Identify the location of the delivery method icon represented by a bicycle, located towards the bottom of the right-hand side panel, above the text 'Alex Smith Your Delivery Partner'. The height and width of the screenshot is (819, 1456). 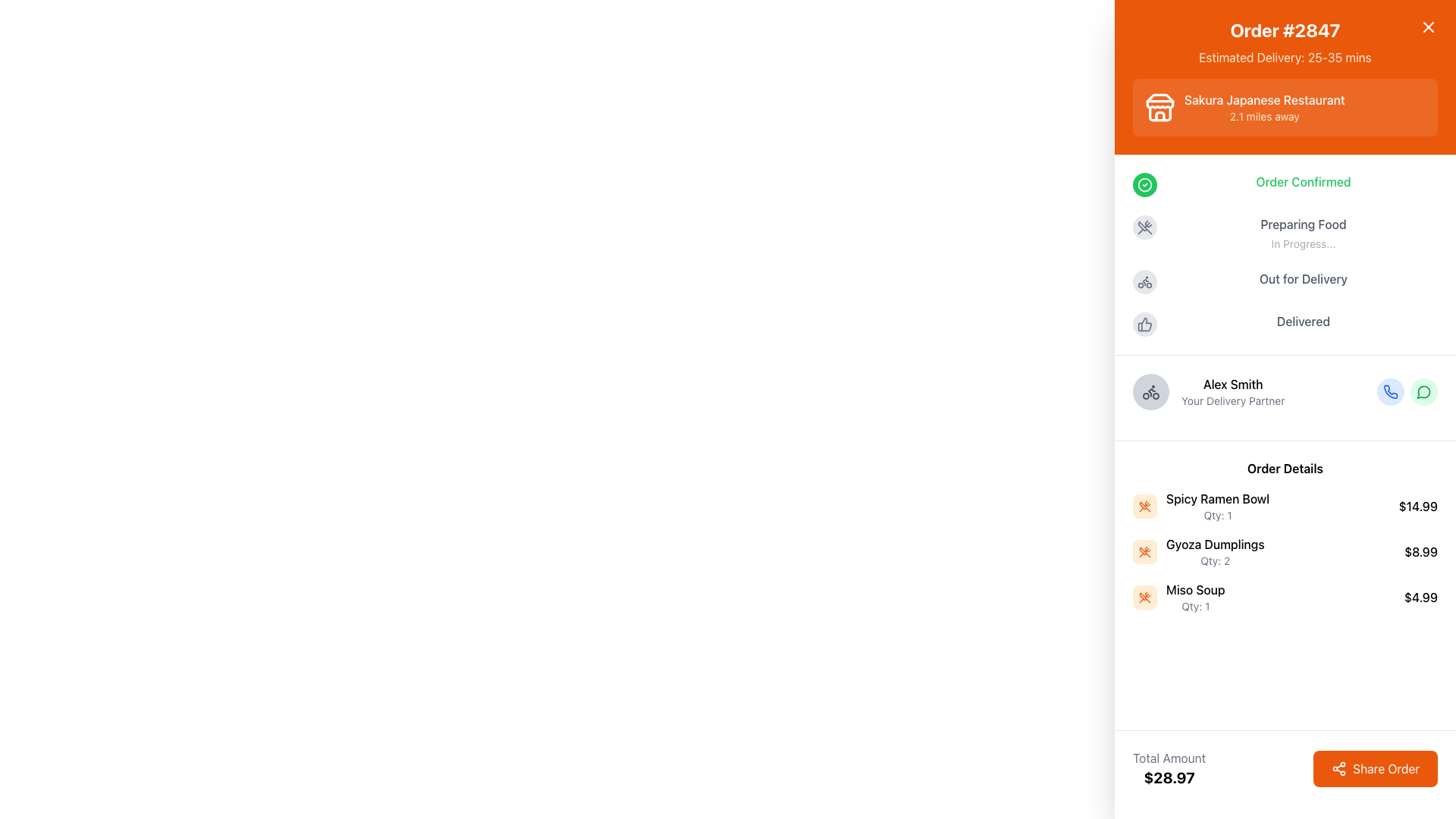
(1145, 281).